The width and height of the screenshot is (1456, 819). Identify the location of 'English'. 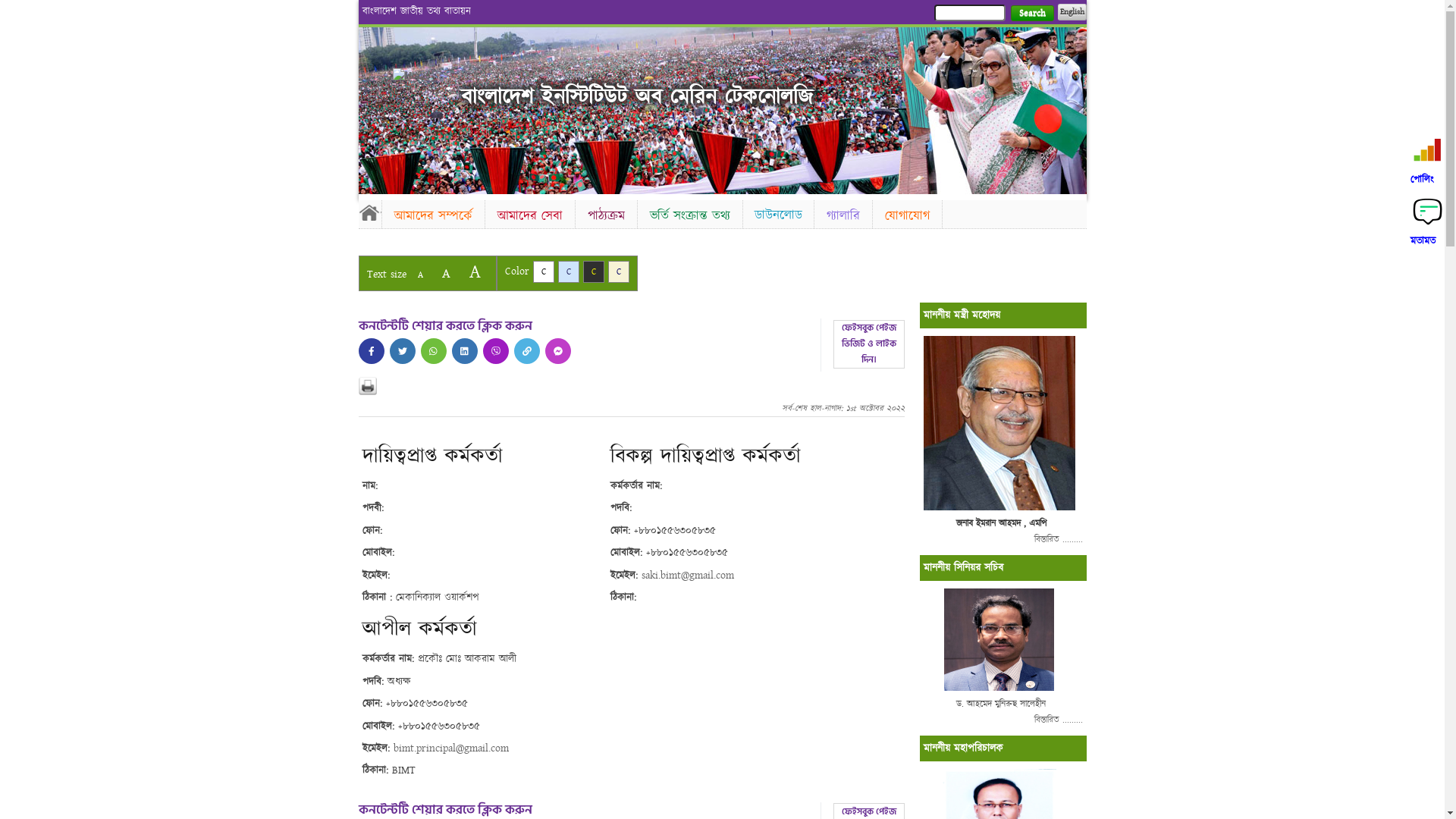
(1056, 11).